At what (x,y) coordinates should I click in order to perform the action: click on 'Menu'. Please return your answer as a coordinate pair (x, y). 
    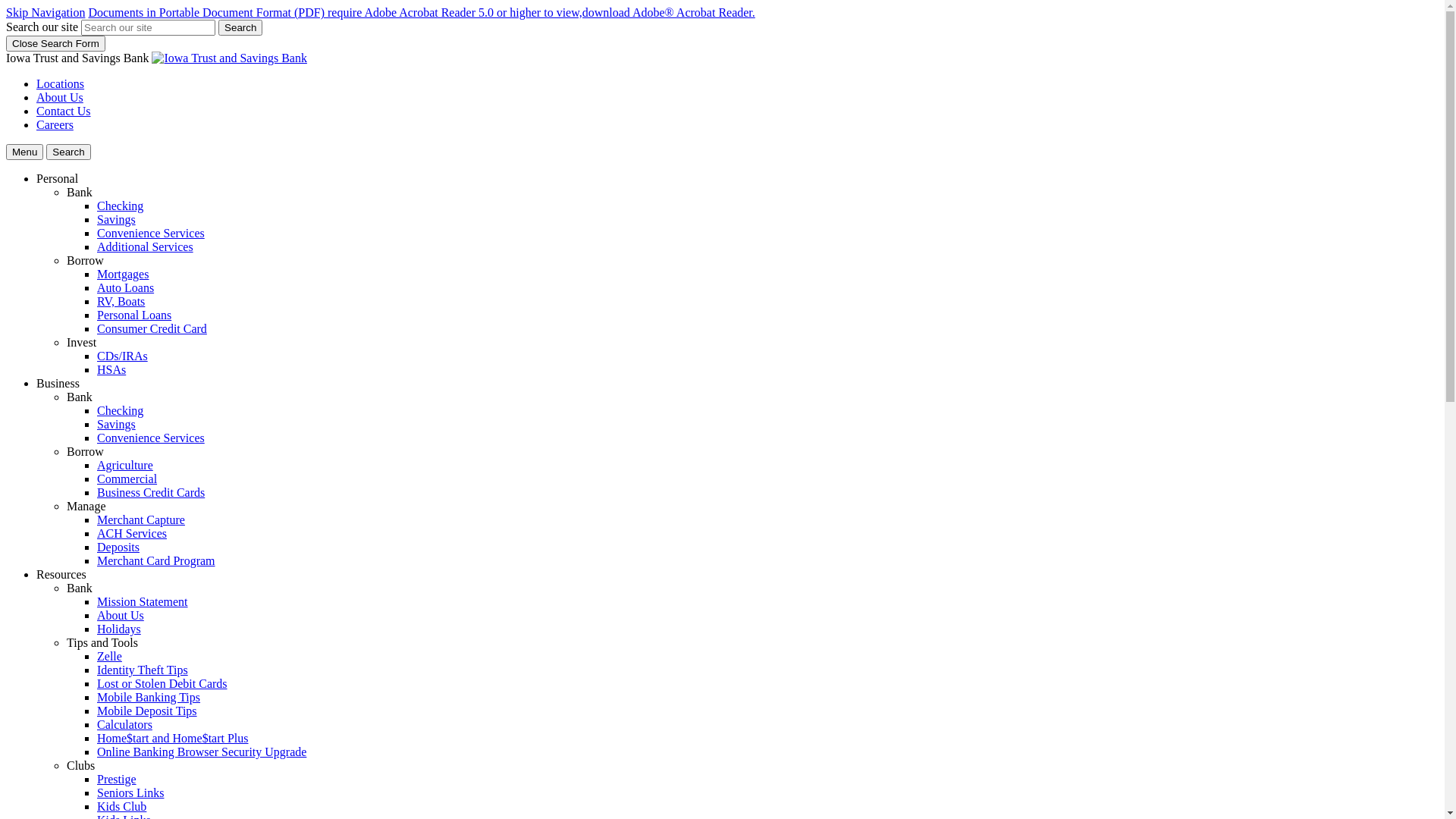
    Looking at the image, I should click on (24, 152).